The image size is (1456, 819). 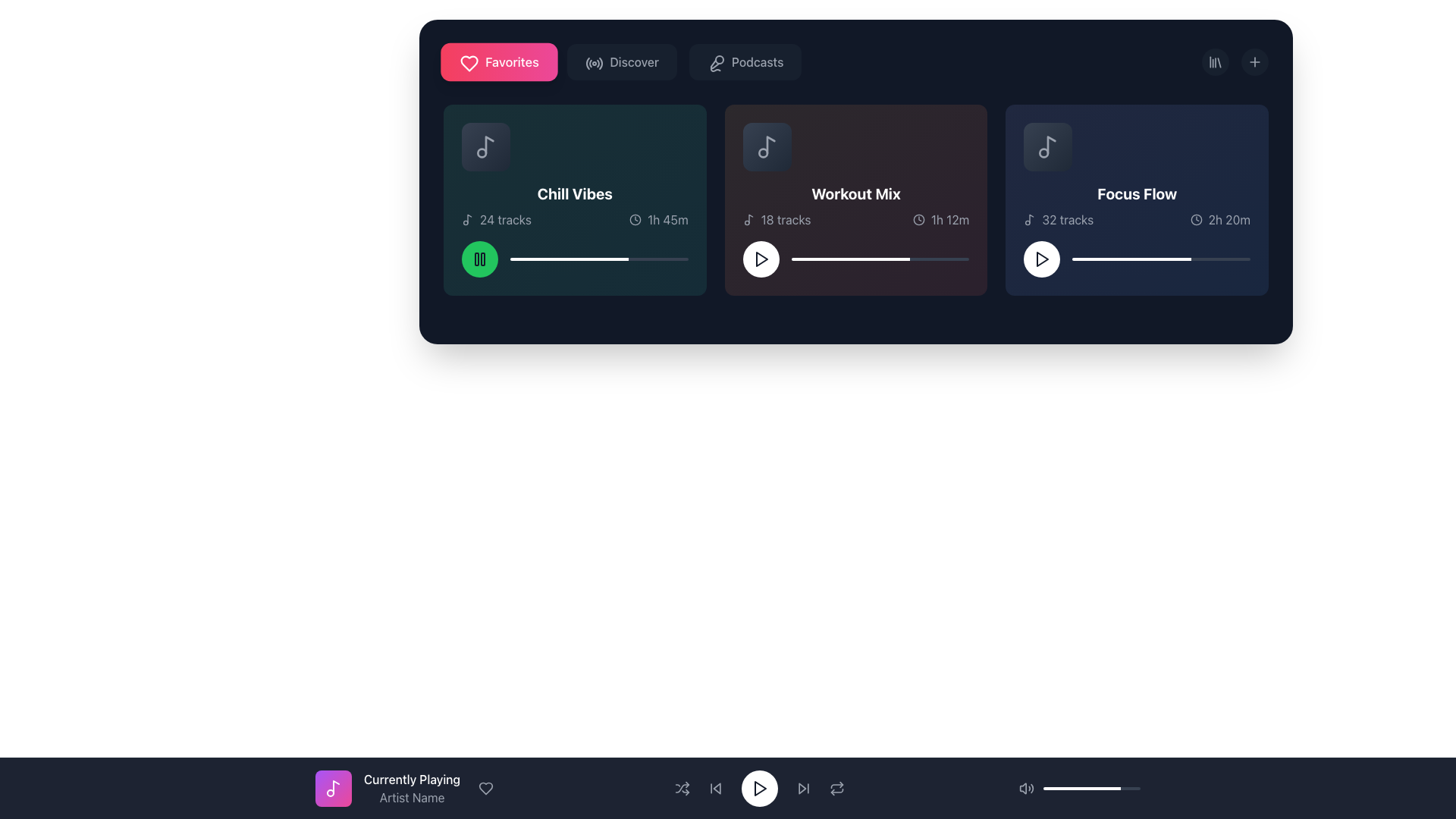 What do you see at coordinates (512, 61) in the screenshot?
I see `the 'Favorites' text label within the navigation button, which is located to the right of a heart-shaped icon in the upper navigation area` at bounding box center [512, 61].